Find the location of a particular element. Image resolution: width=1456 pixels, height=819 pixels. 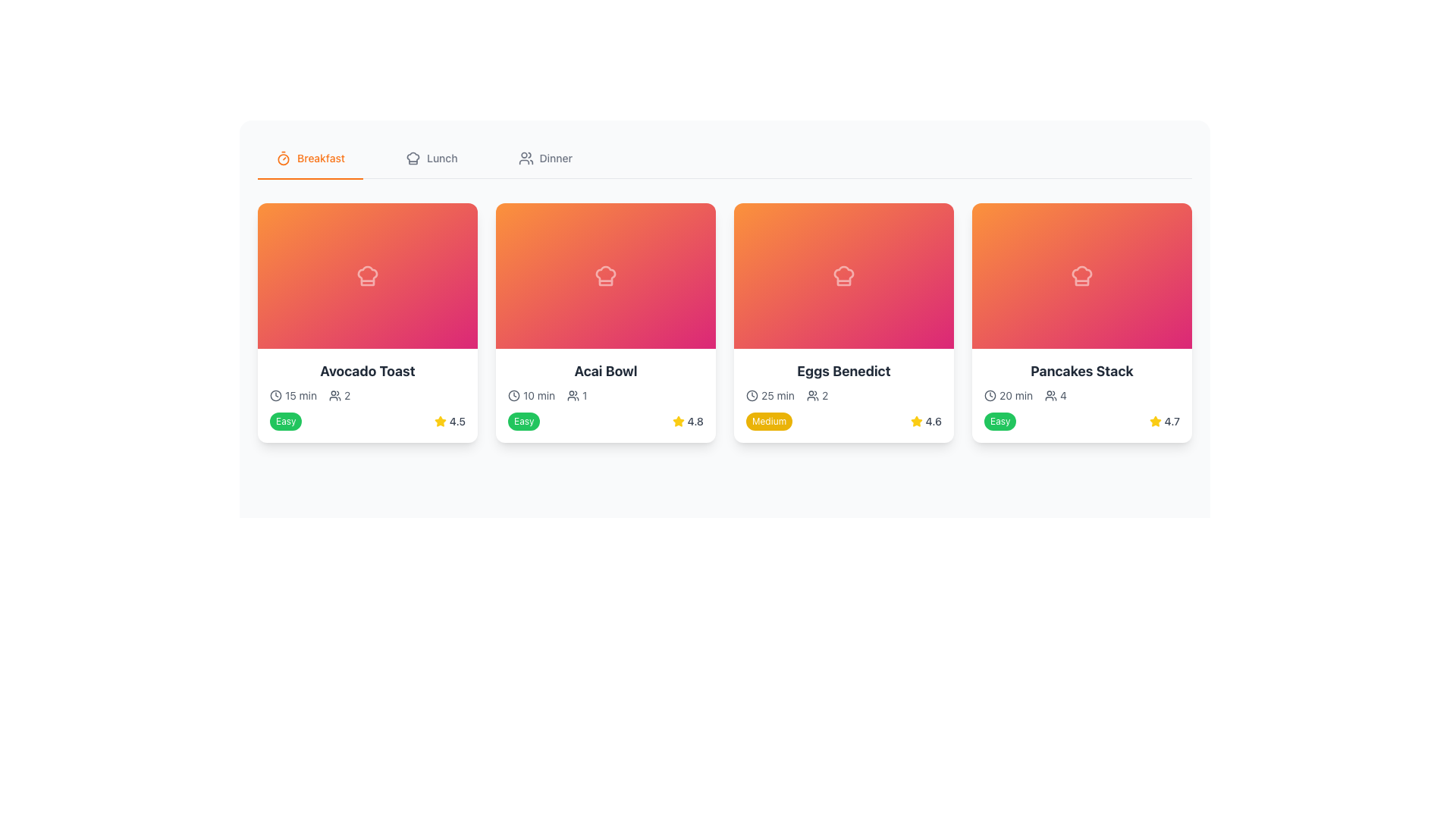

the 'Breakfast' interactive button, which features a timer icon on the left and bold orange text is located at coordinates (309, 158).